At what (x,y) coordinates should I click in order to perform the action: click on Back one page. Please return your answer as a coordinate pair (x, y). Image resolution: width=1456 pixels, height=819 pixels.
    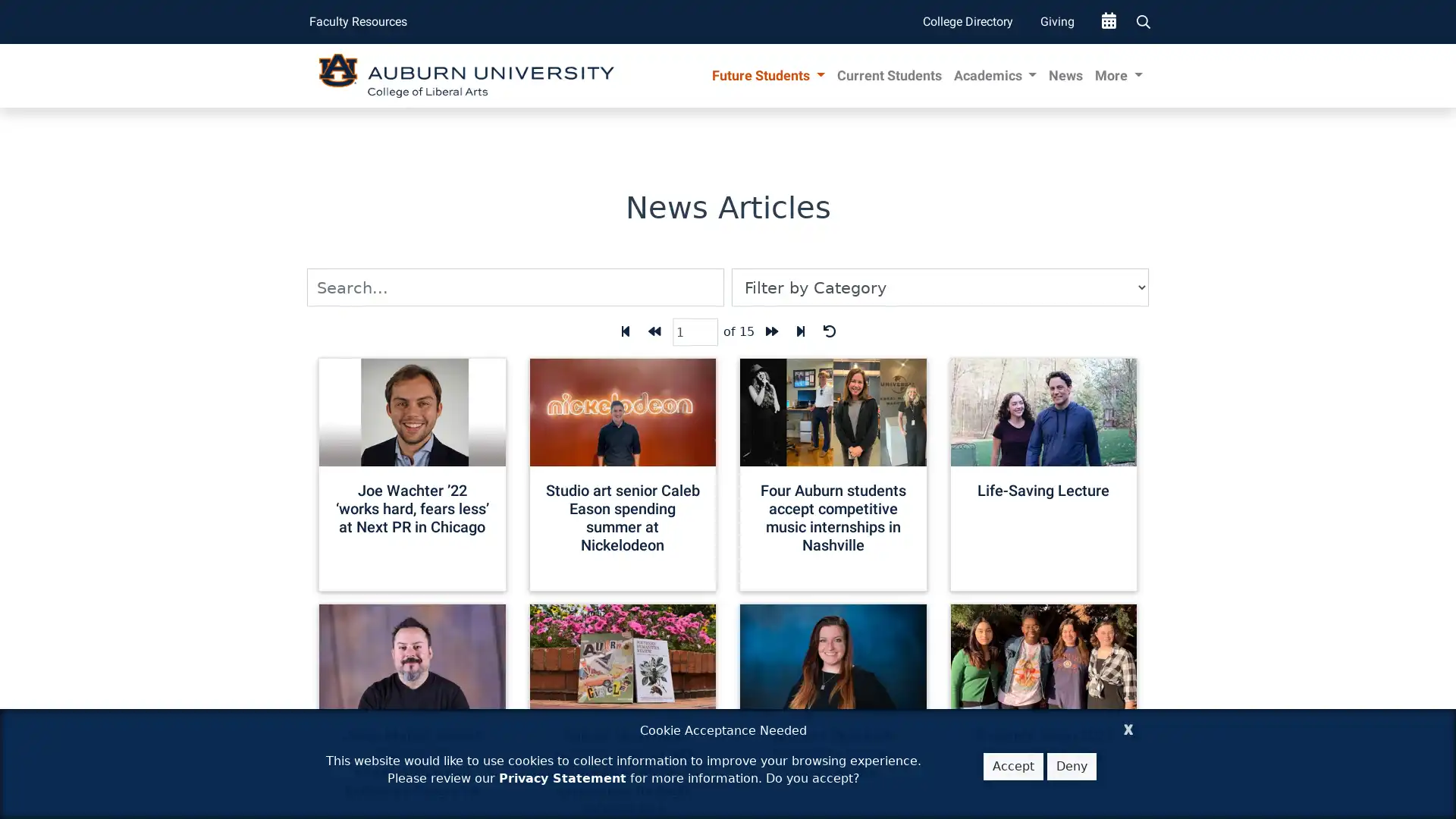
    Looking at the image, I should click on (654, 331).